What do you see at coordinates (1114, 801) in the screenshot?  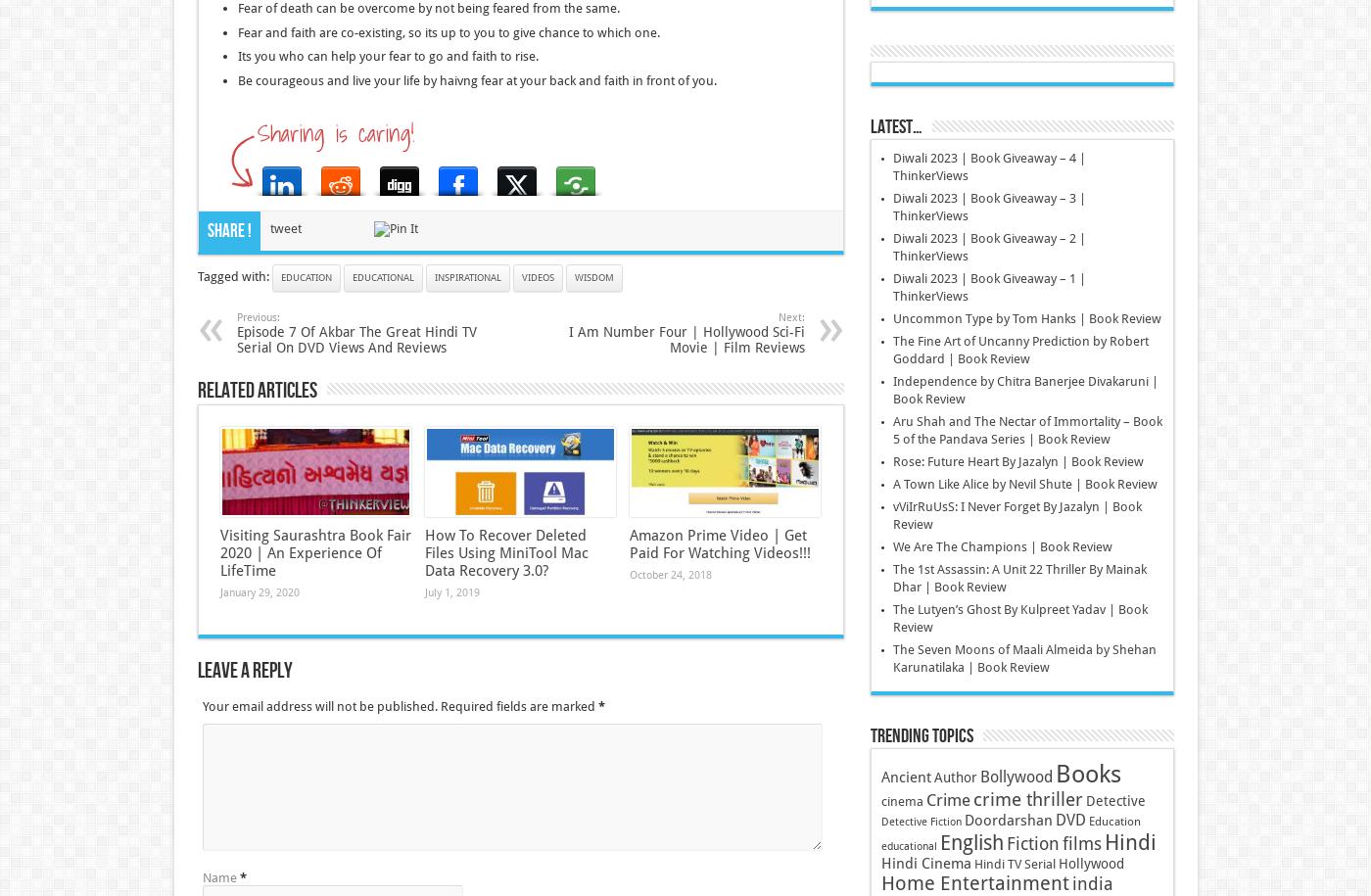 I see `'Detective'` at bounding box center [1114, 801].